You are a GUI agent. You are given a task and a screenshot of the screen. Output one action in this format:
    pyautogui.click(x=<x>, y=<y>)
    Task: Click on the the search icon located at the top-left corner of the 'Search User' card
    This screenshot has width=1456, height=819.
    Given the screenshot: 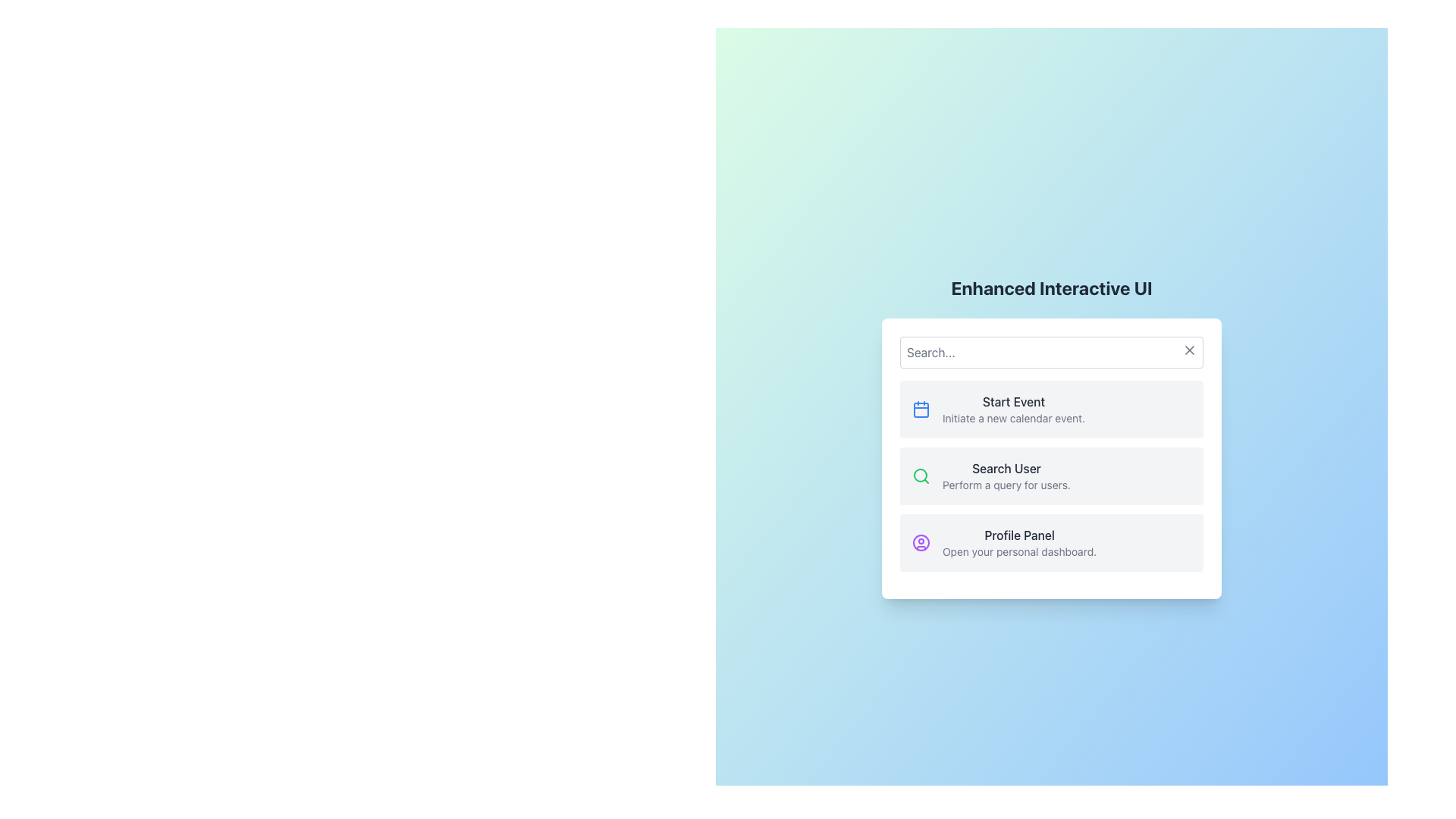 What is the action you would take?
    pyautogui.click(x=920, y=475)
    